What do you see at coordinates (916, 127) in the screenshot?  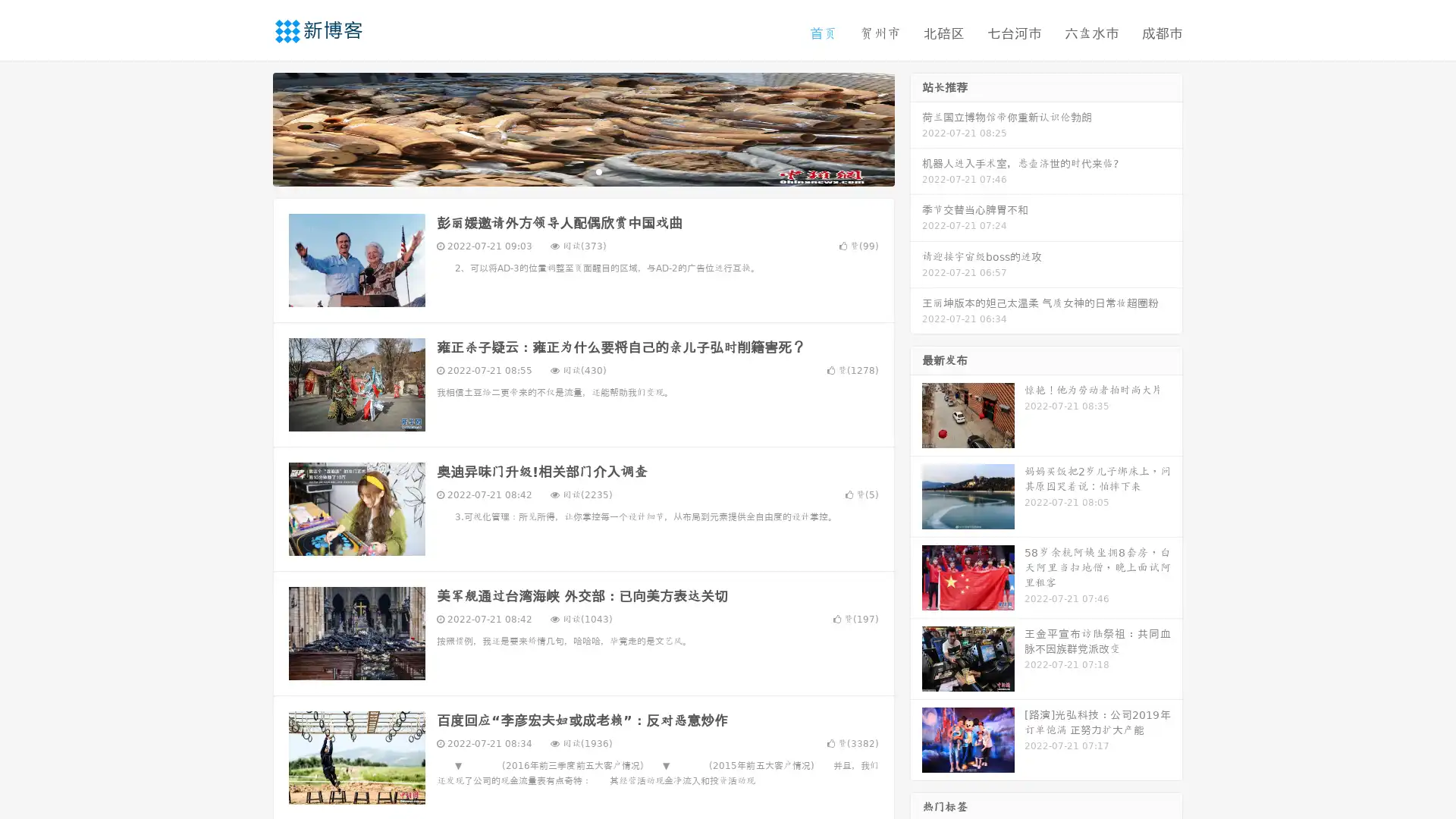 I see `Next slide` at bounding box center [916, 127].